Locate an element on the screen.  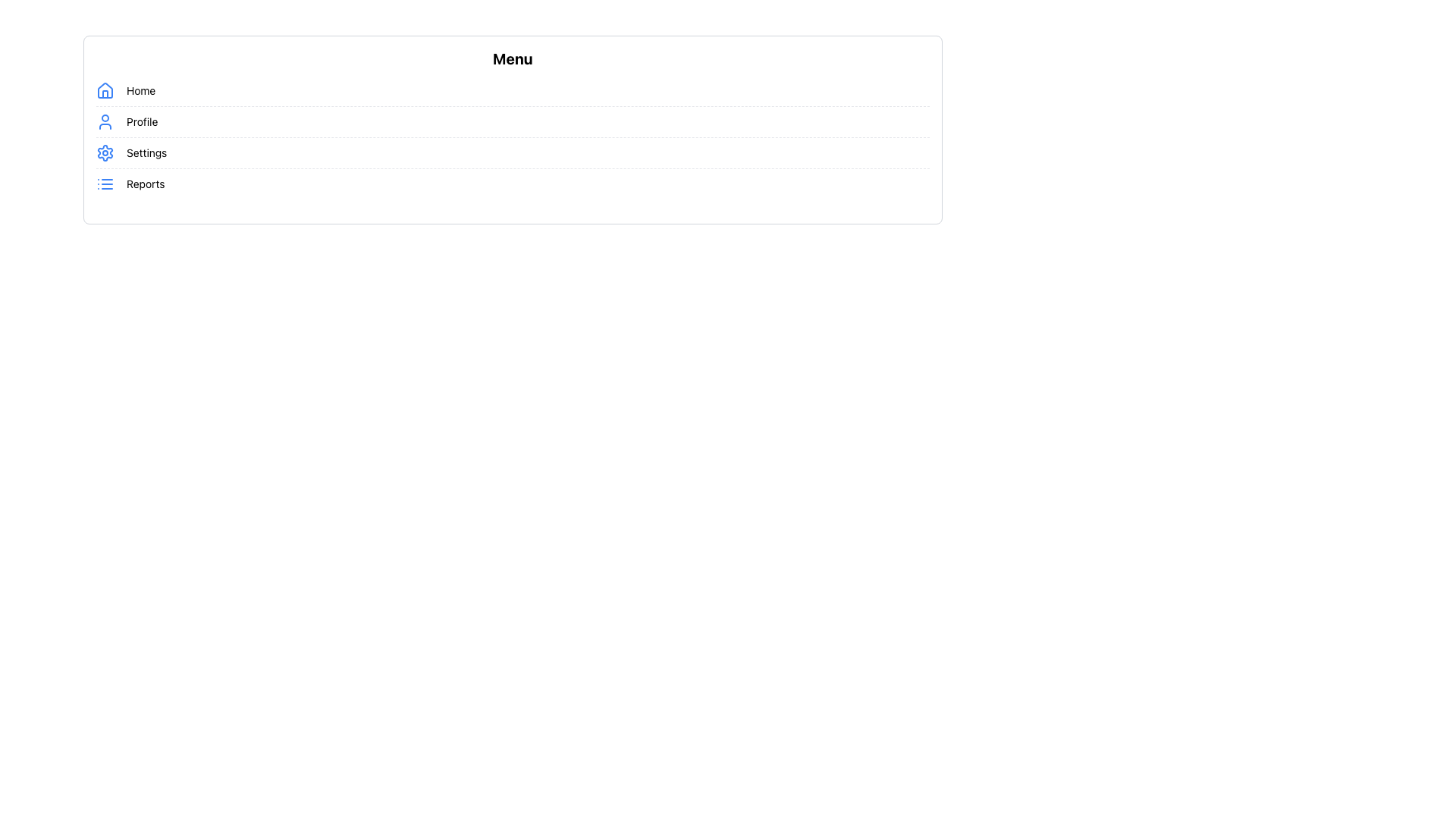
the static heading element that serves as the title for the options listed below it, positioned at the top of the layout is located at coordinates (513, 58).